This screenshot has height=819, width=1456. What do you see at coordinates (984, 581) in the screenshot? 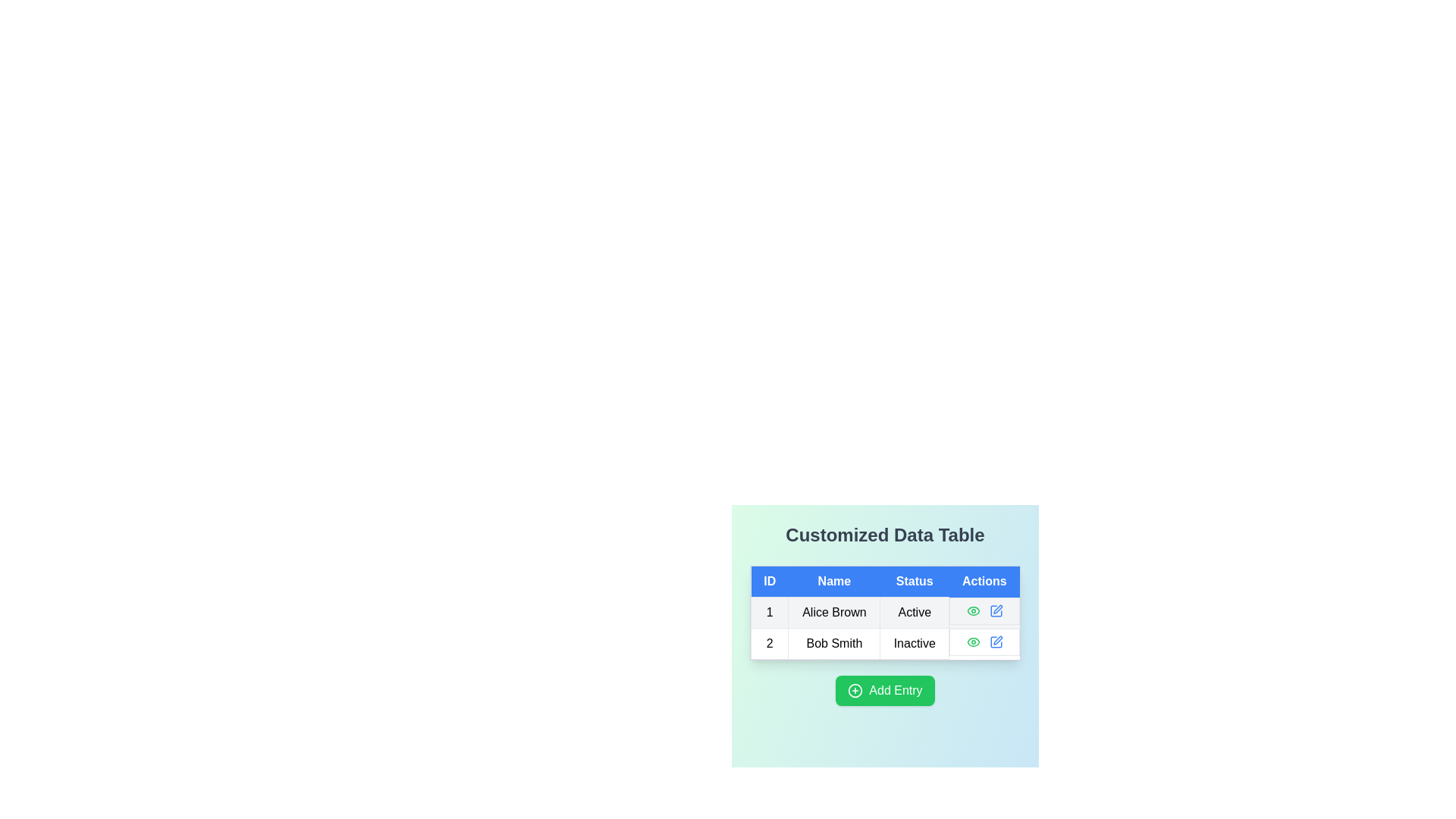
I see `the header label for the 'Actions' column, which is the fourth column in the table, located at the top row` at bounding box center [984, 581].